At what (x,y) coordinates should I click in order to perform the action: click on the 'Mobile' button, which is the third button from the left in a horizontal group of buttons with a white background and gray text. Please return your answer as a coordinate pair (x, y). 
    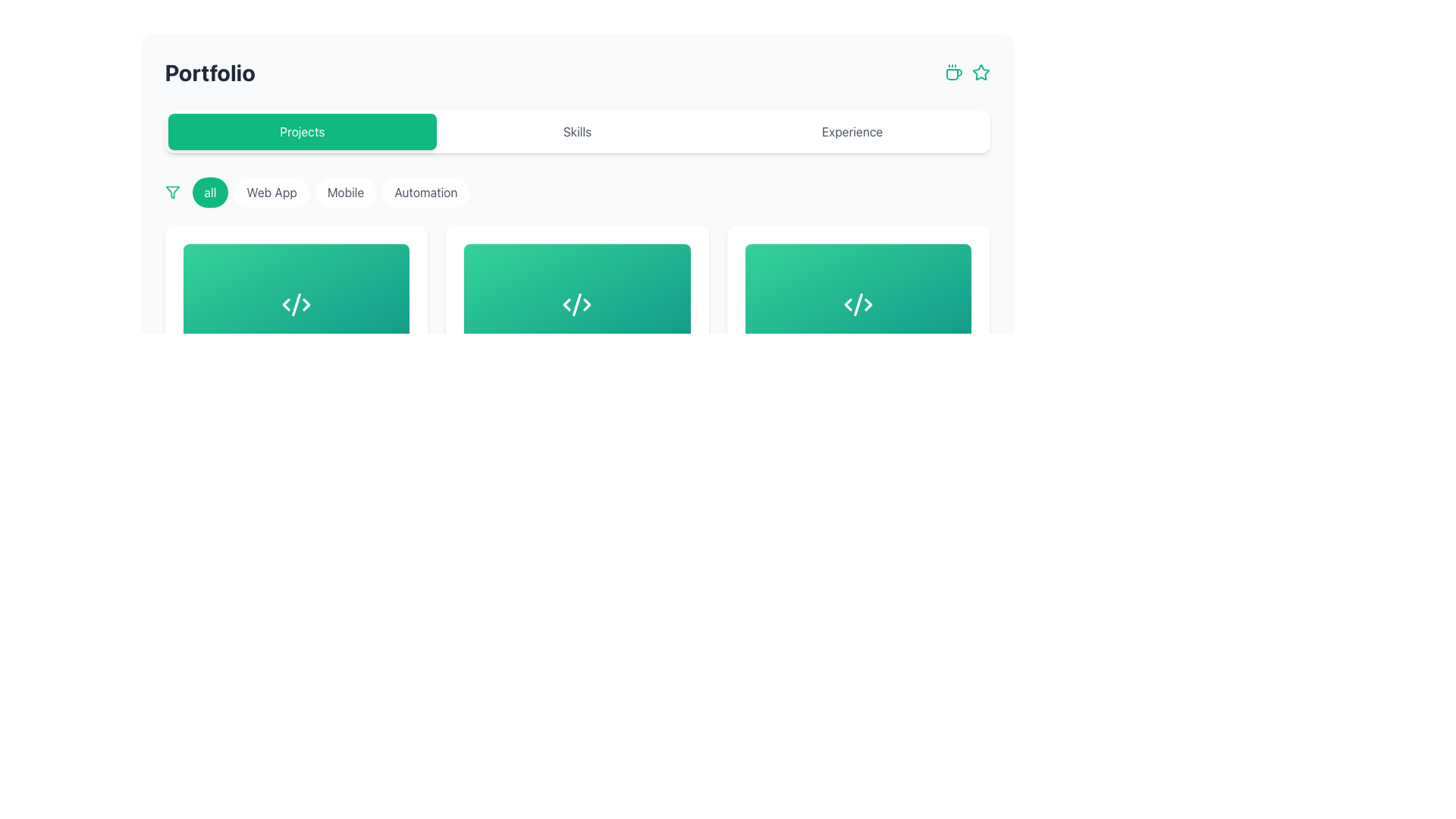
    Looking at the image, I should click on (345, 192).